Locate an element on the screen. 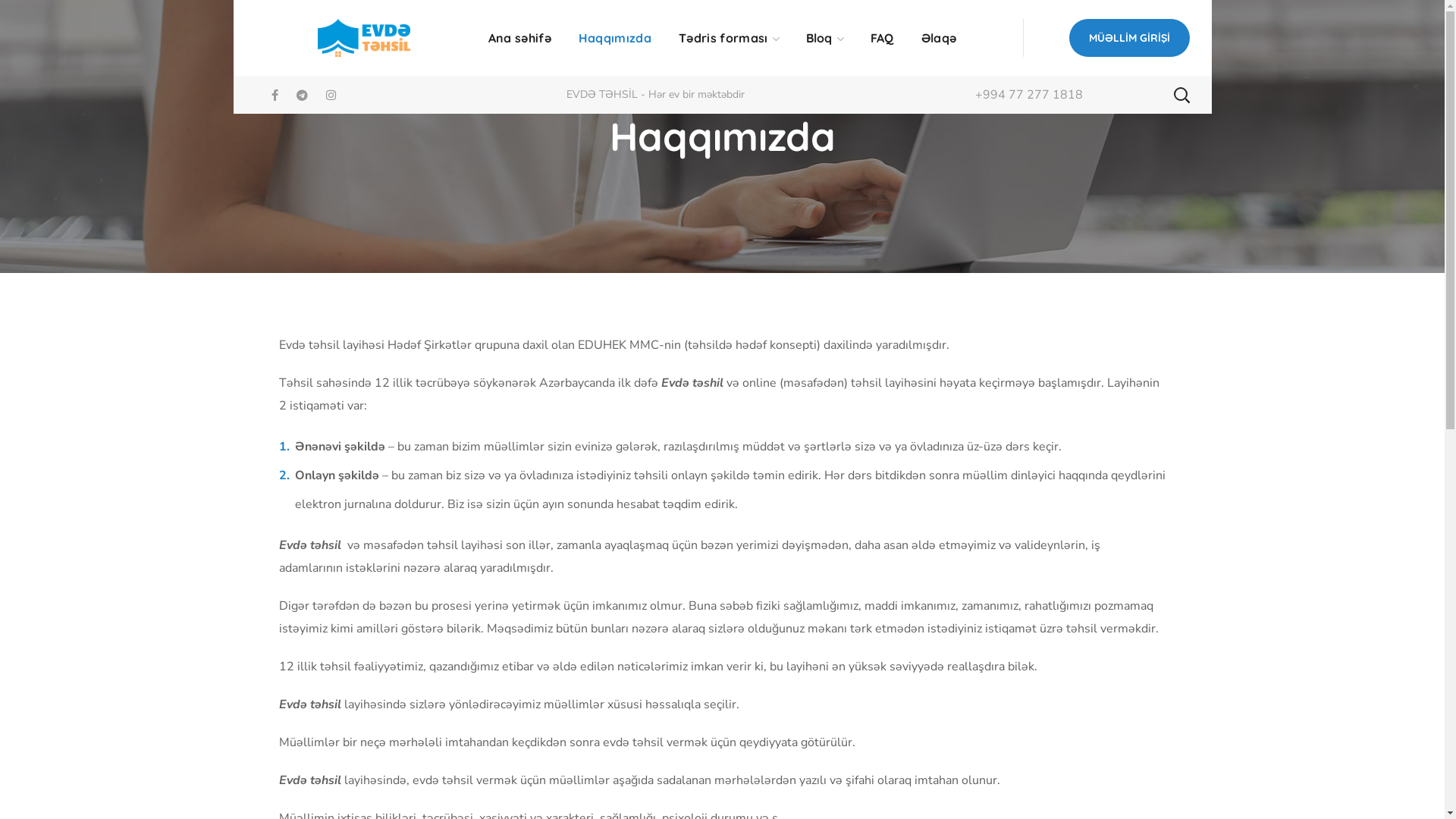  'Bloq' is located at coordinates (824, 37).